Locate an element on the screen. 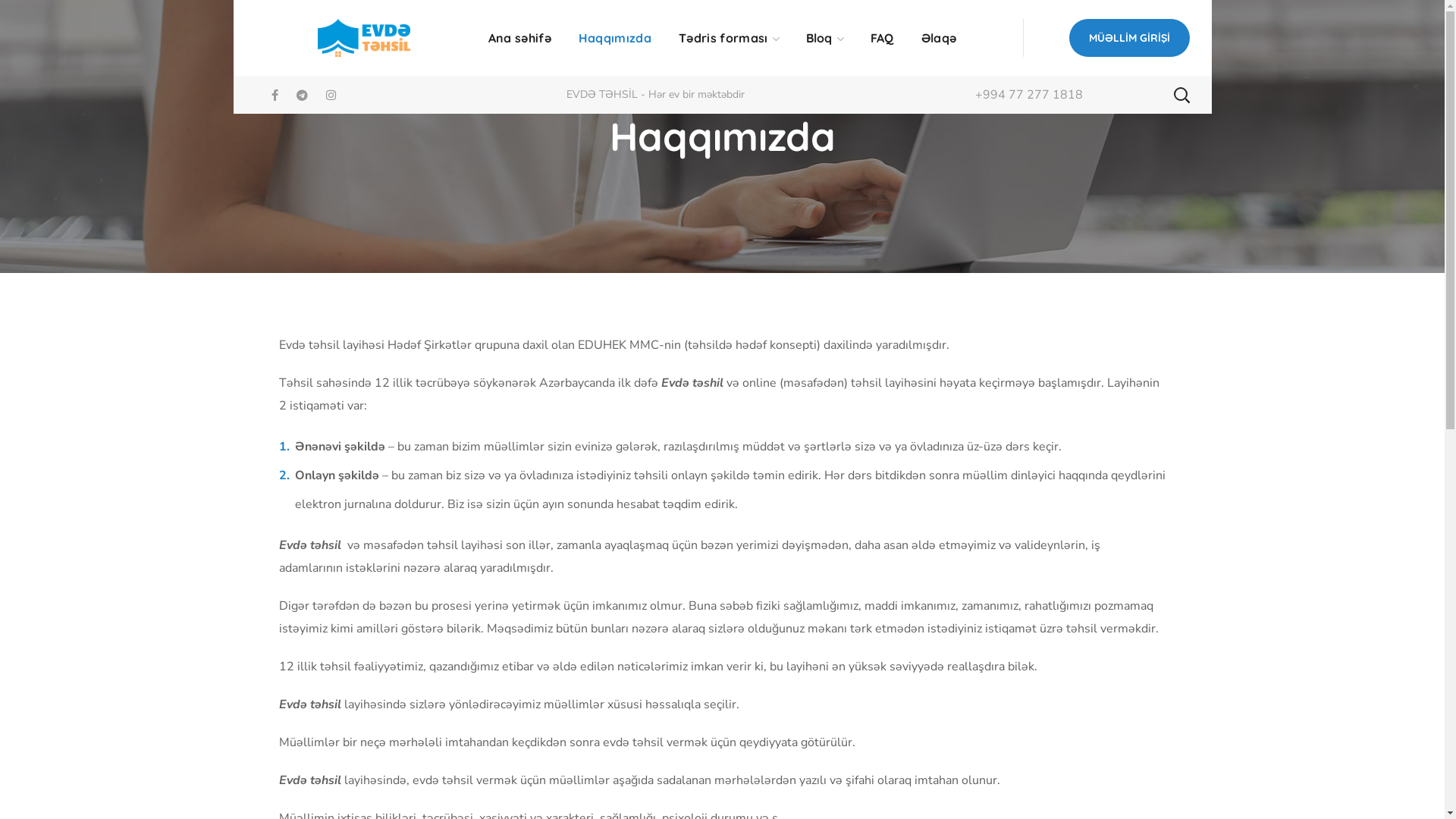  'Bloq' is located at coordinates (824, 37).